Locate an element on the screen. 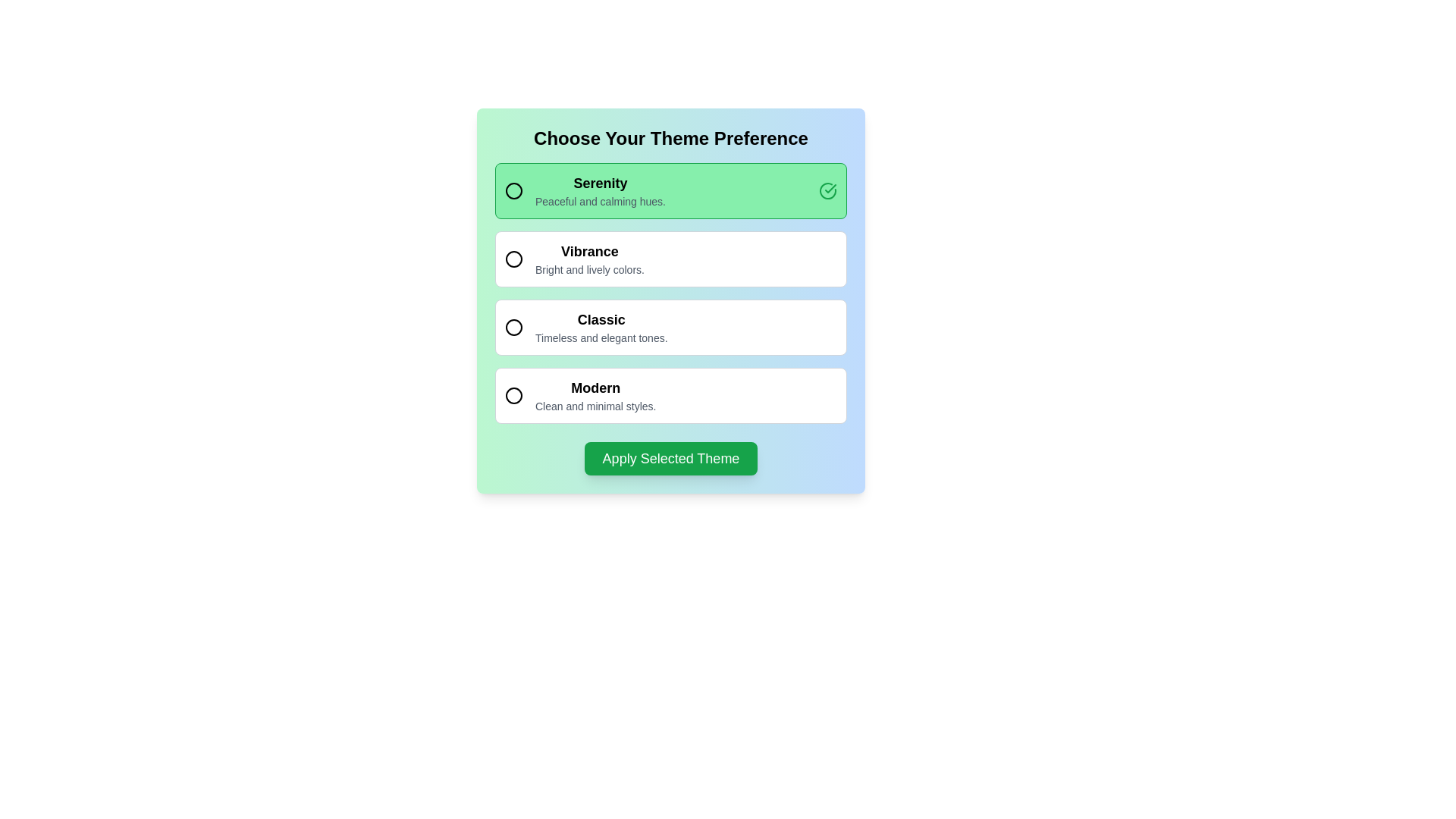 Image resolution: width=1456 pixels, height=819 pixels. the text label reading 'Peaceful and calming hues.' located below the 'Serenity' title within the green background panel is located at coordinates (600, 201).